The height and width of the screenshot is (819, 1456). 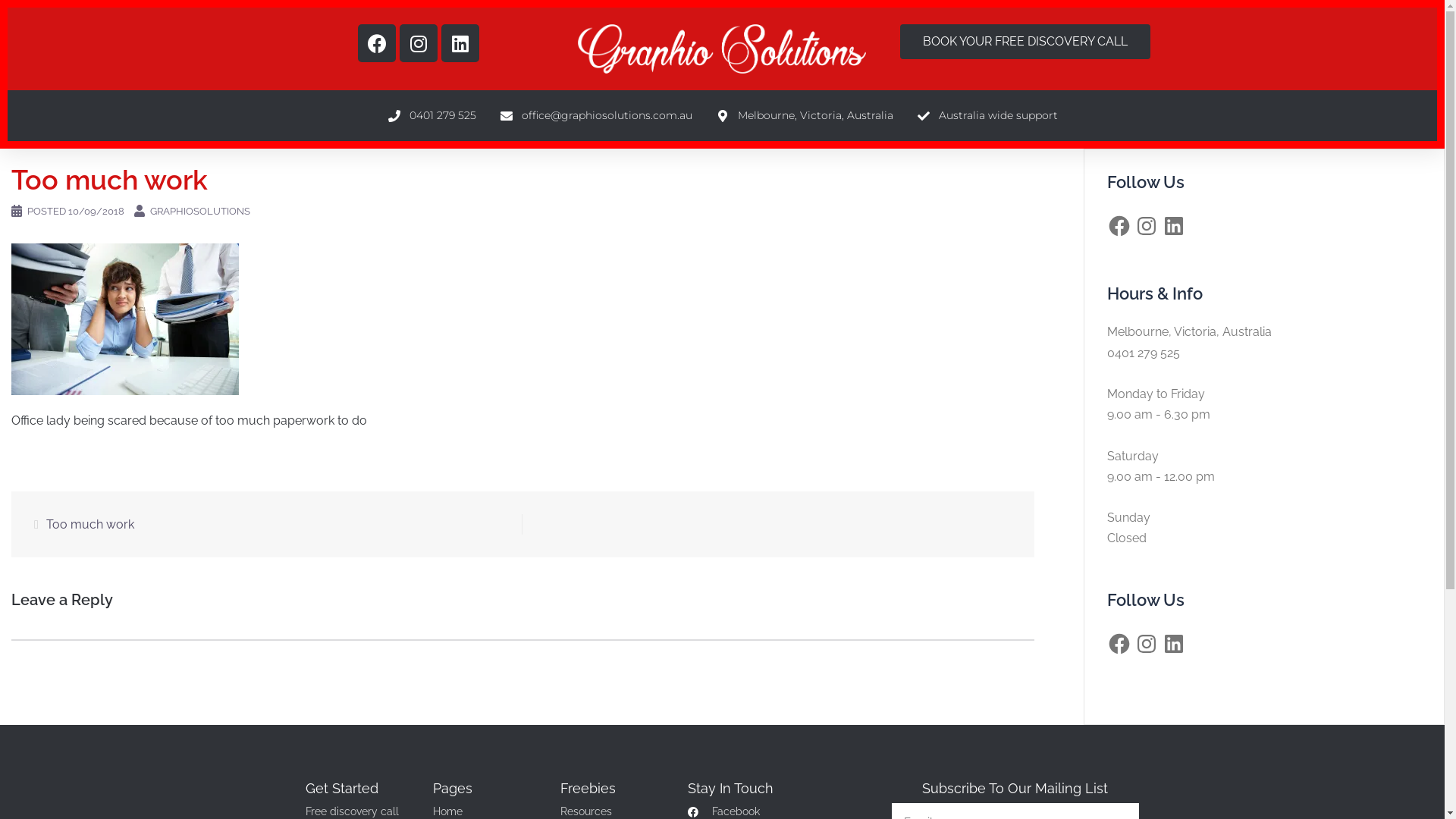 What do you see at coordinates (595, 115) in the screenshot?
I see `'office@graphiosolutions.com.au'` at bounding box center [595, 115].